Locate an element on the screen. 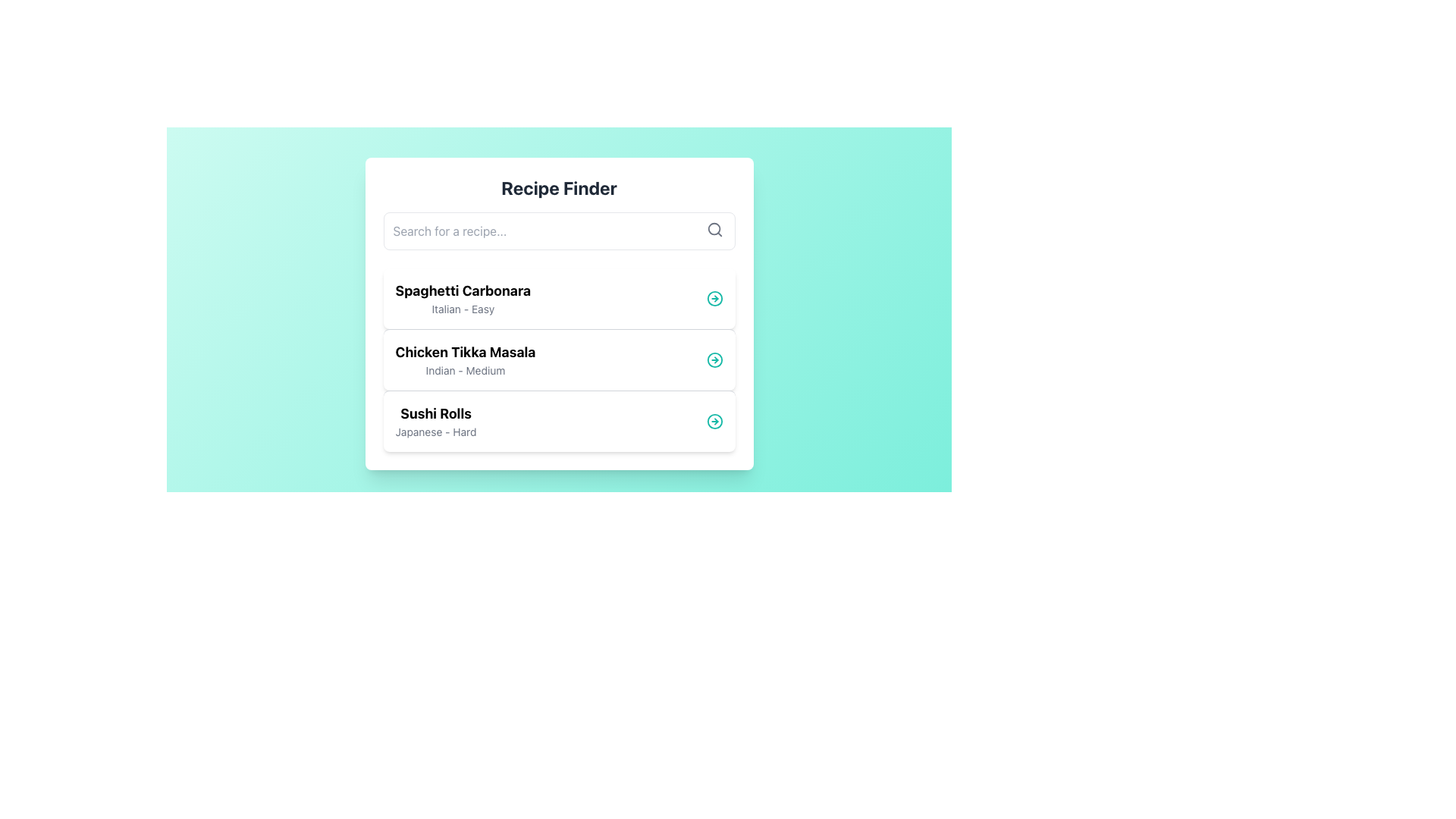  the button located at the right end of the 'Sushi Rolls - Japanese - Hard' row within the 'Recipe Finder' card interface to possibly reveal more details is located at coordinates (714, 421).